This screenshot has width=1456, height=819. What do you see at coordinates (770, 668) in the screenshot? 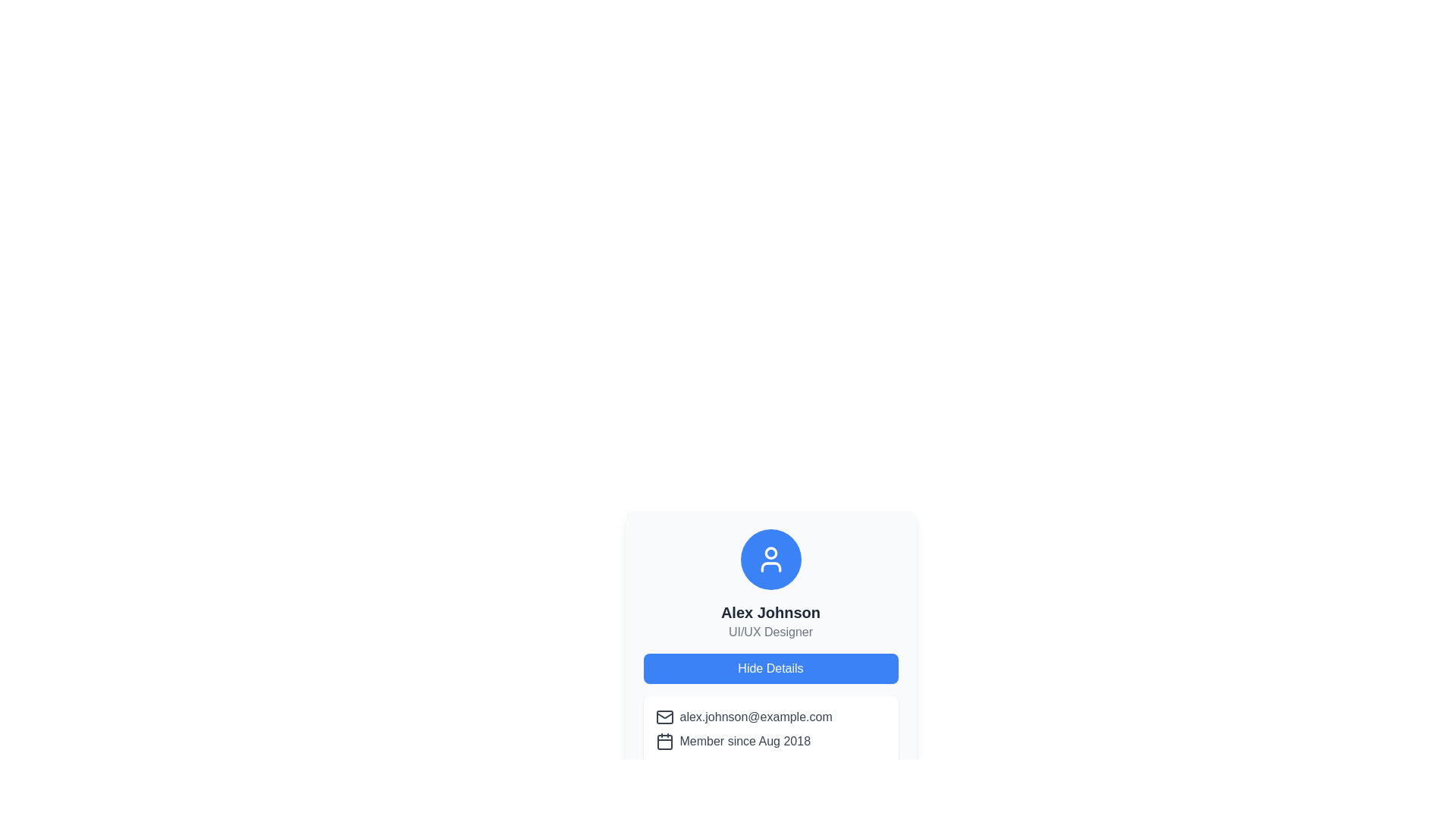
I see `the button that toggles the visibility of the additional details section within the card to change its background color` at bounding box center [770, 668].